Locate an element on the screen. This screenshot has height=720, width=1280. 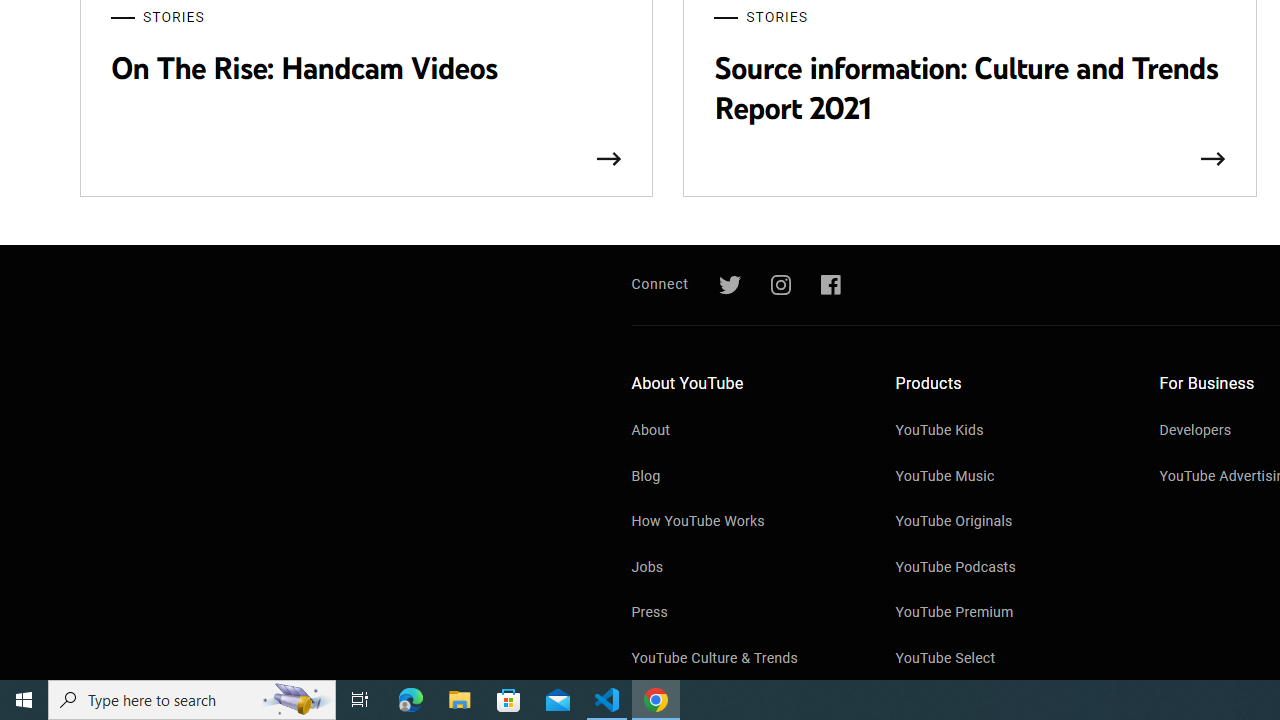
'YouTube Culture & Trends' is located at coordinates (742, 659).